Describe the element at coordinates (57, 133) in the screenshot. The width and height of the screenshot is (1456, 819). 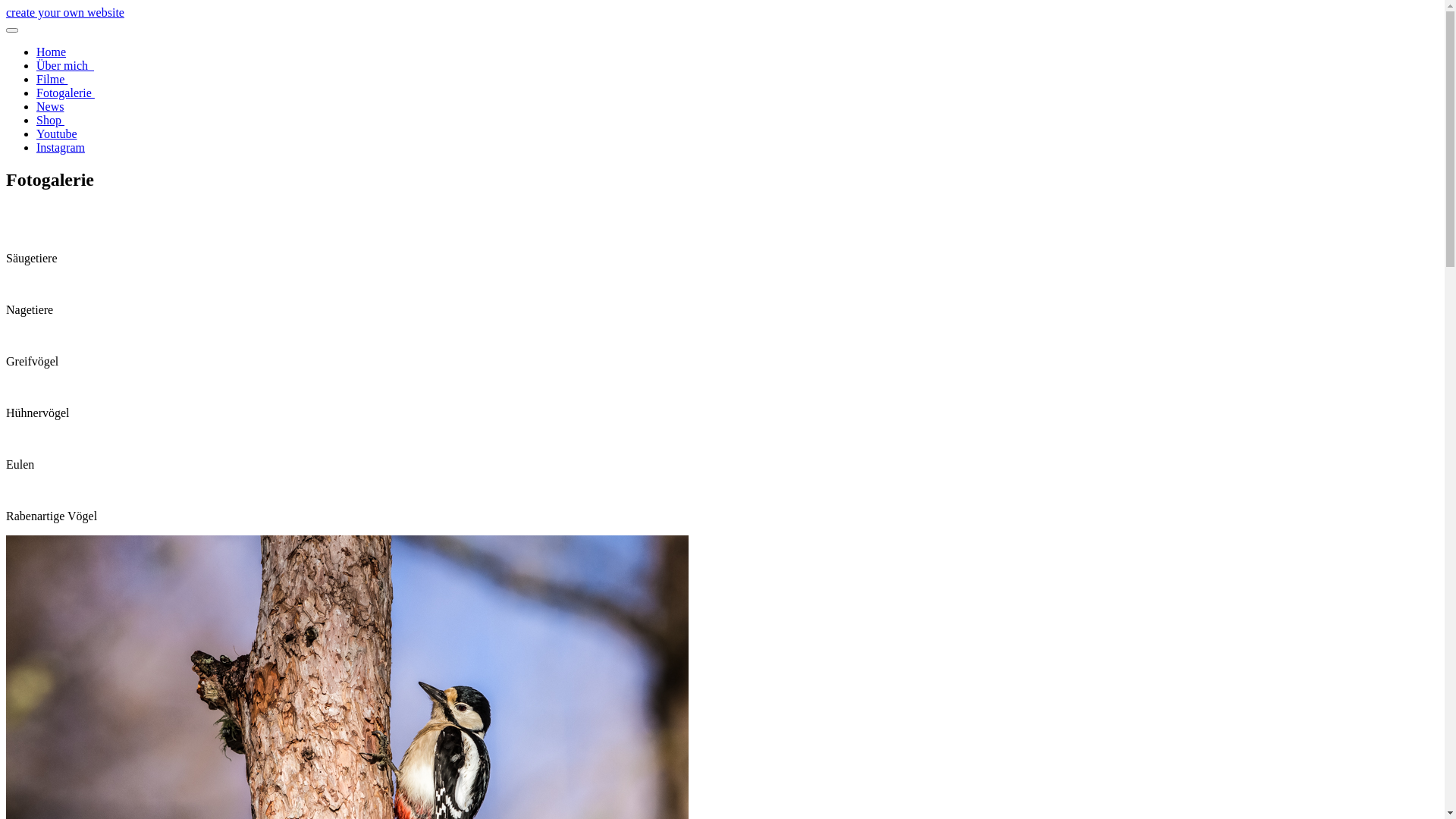
I see `'Youtube'` at that location.